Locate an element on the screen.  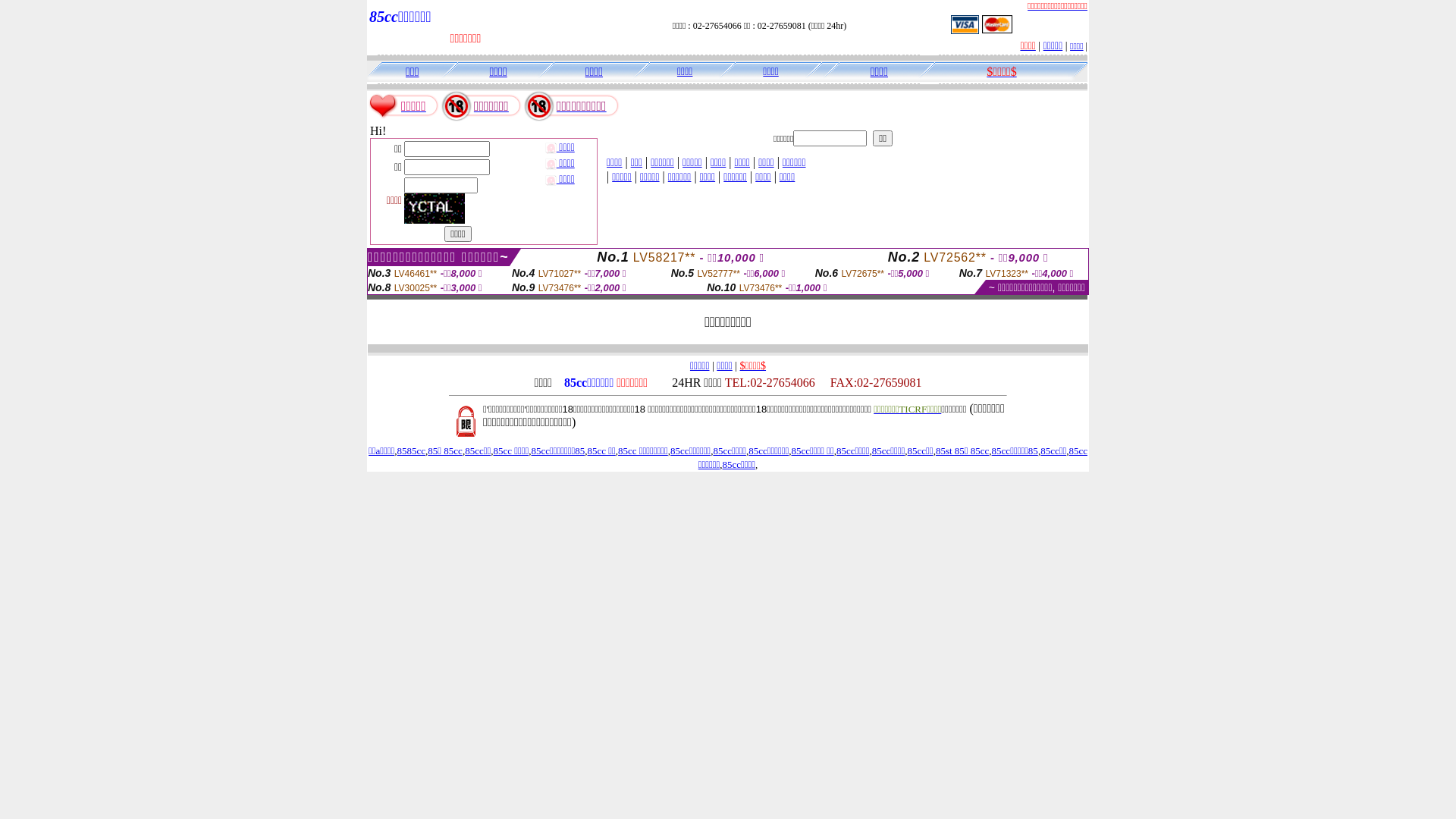
'8585cc' is located at coordinates (397, 450).